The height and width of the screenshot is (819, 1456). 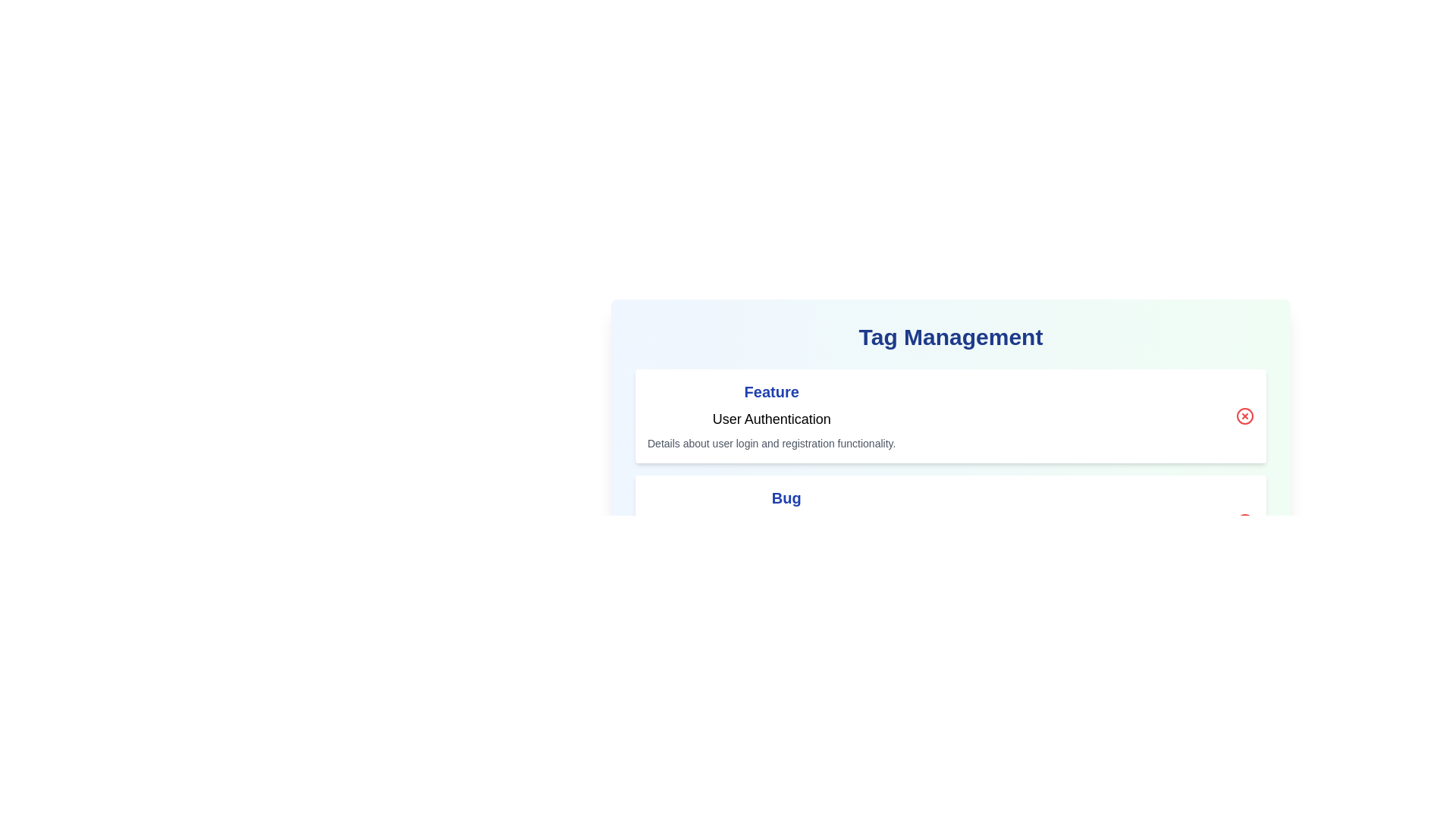 What do you see at coordinates (1244, 416) in the screenshot?
I see `the red circular icon with a cross (X) symbol` at bounding box center [1244, 416].